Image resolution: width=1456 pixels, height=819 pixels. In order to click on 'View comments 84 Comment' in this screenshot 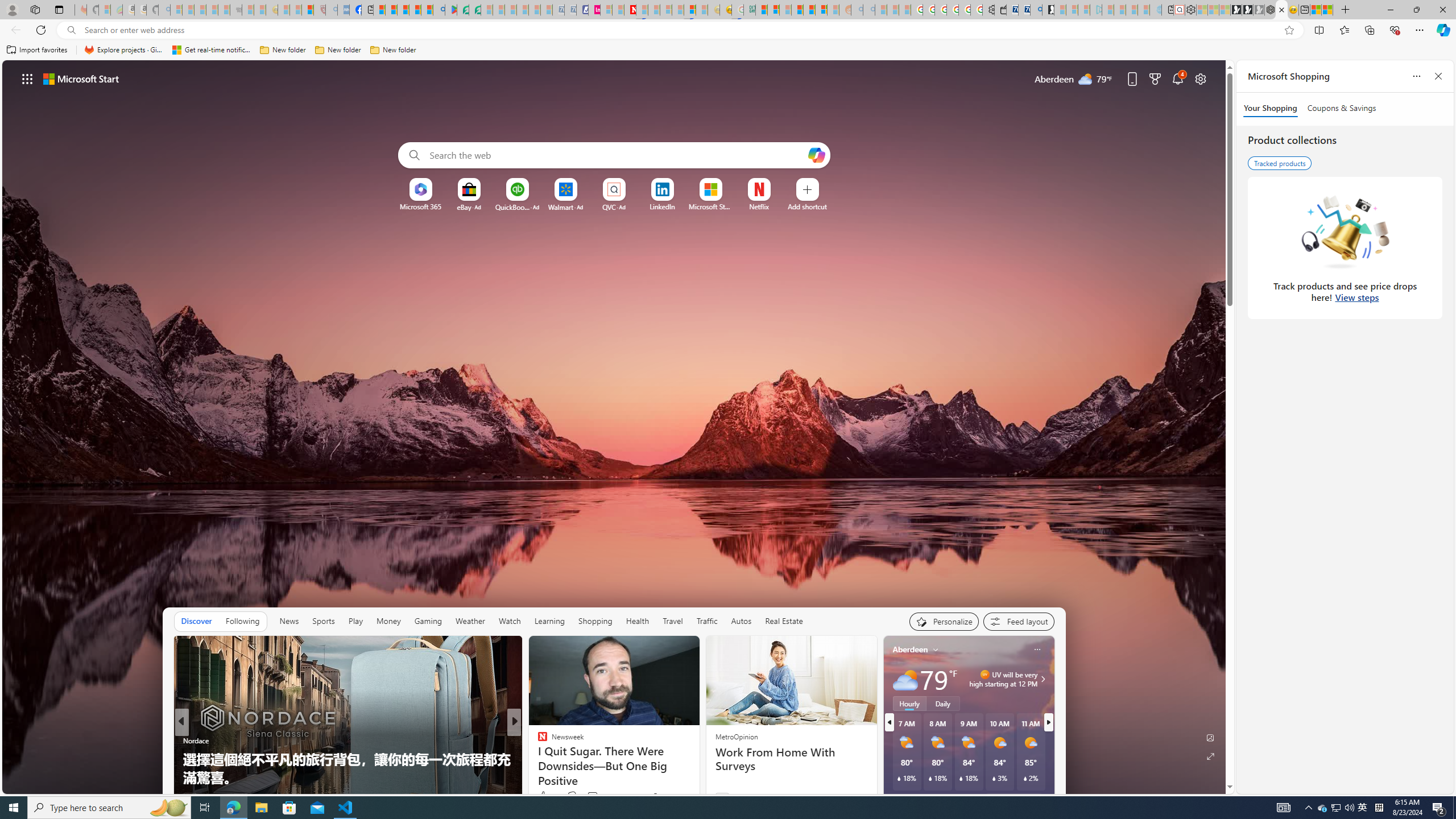, I will do `click(591, 797)`.